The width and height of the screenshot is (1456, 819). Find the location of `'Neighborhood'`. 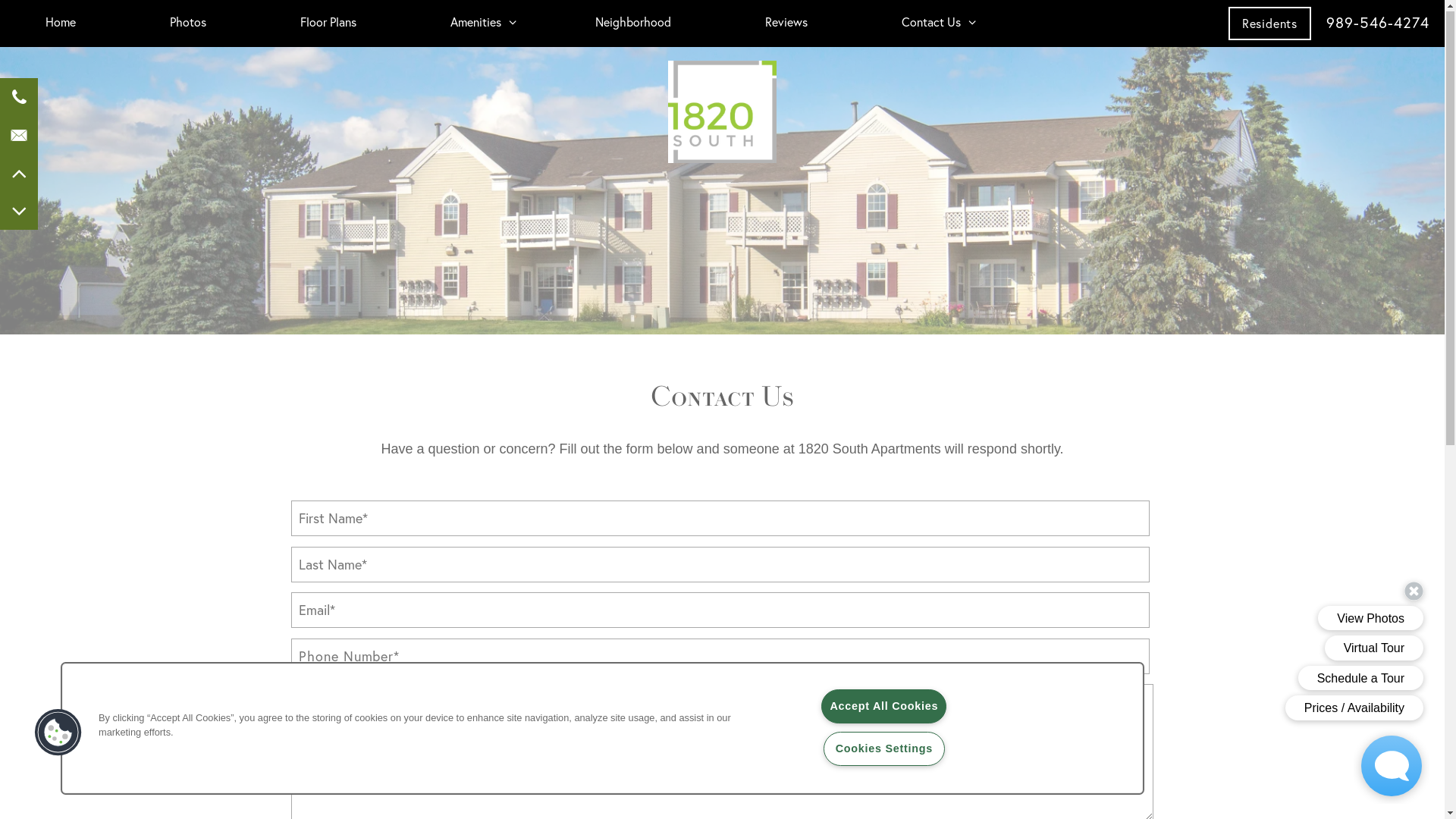

'Neighborhood' is located at coordinates (633, 23).